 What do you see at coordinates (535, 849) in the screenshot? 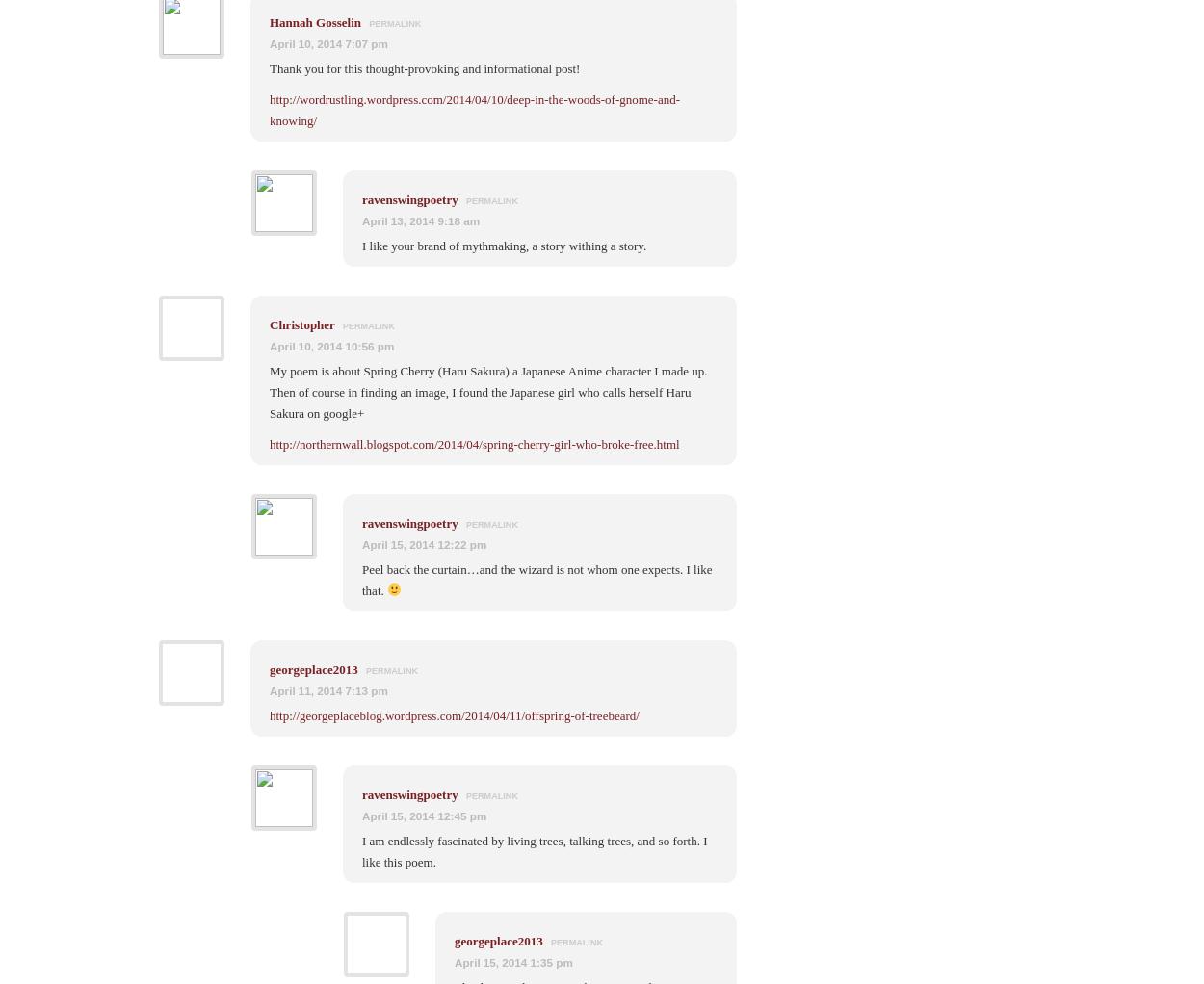
I see `'I am endlessly fascinated by living trees, talking trees, and so forth. I like this poem.'` at bounding box center [535, 849].